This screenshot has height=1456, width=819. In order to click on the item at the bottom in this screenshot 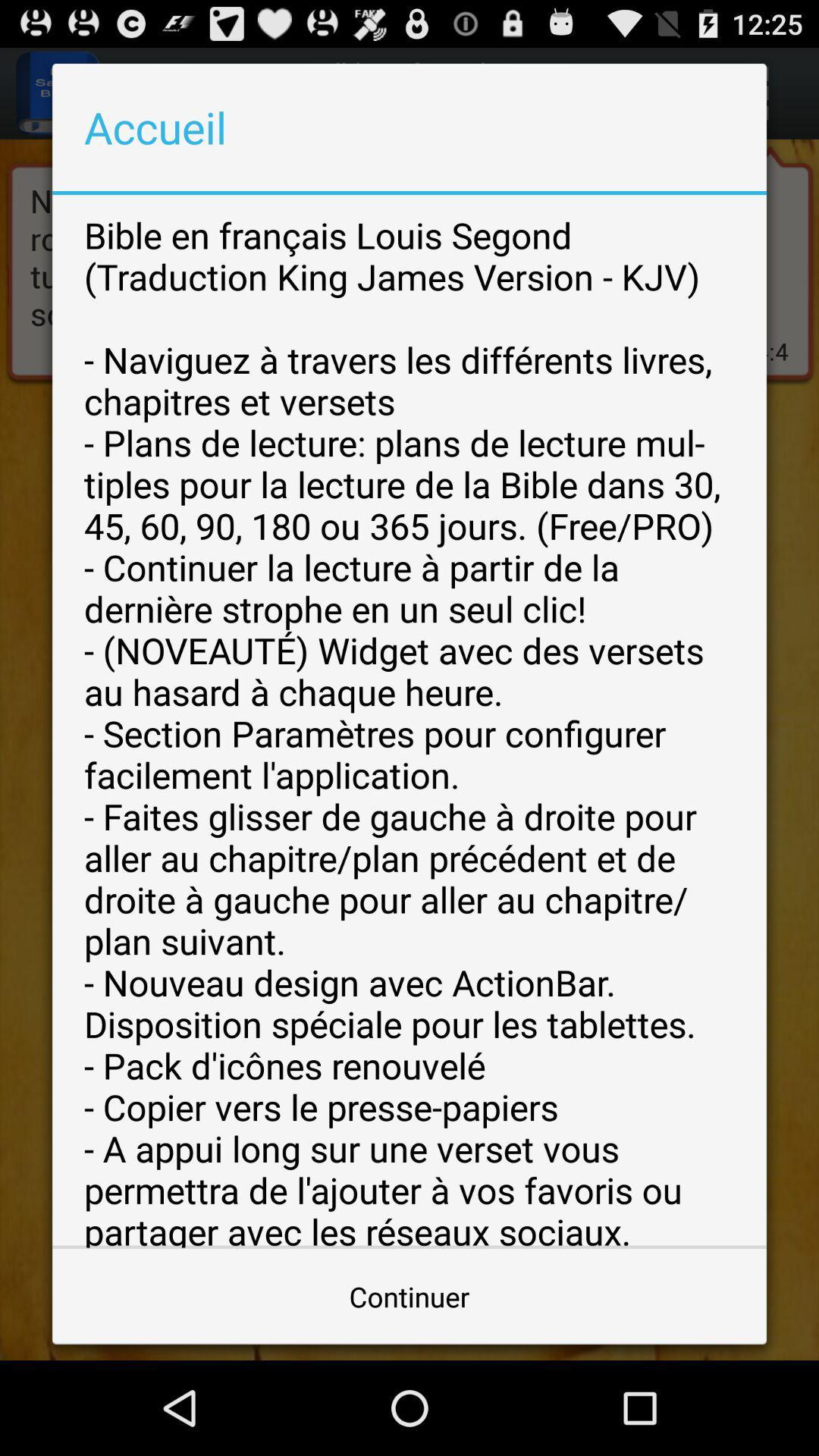, I will do `click(409, 1295)`.